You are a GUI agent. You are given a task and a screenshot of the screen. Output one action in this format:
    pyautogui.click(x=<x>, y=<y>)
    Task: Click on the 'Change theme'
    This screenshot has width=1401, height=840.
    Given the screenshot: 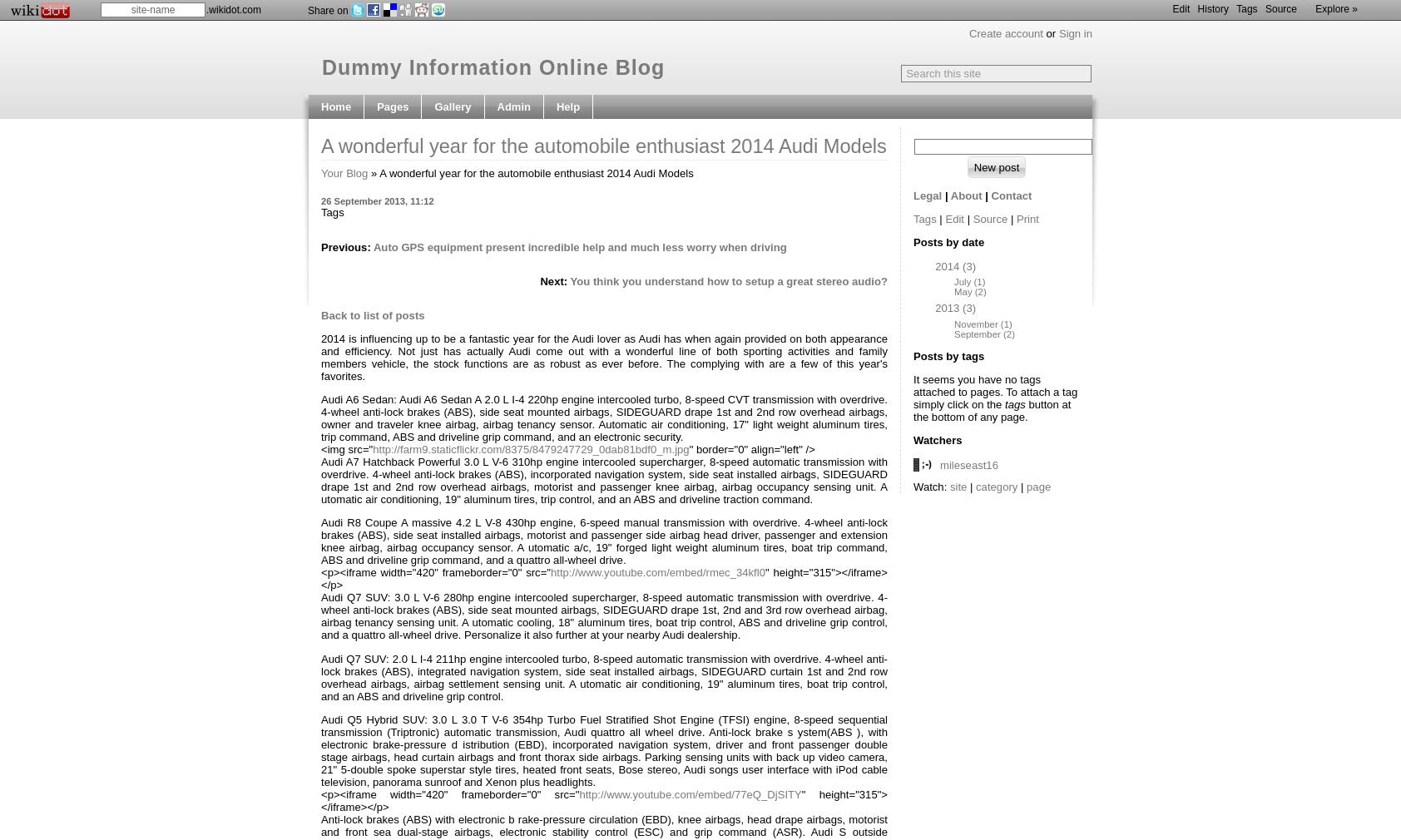 What is the action you would take?
    pyautogui.click(x=533, y=275)
    